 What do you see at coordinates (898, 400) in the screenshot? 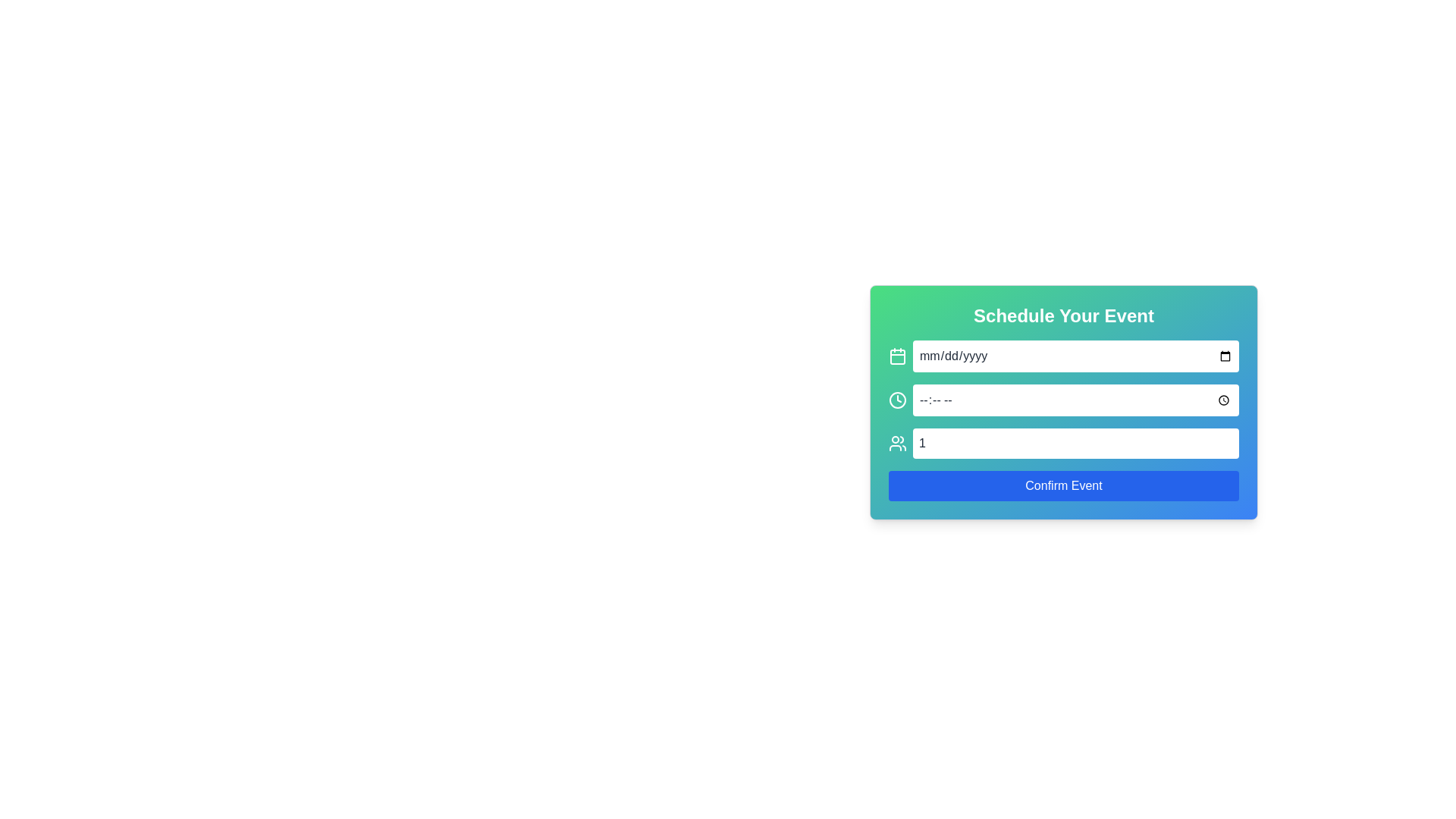
I see `the SVG Circle element representing a clock face, located in the middle column of the scheduling form, adjacent to the time input field above and a number input field below` at bounding box center [898, 400].